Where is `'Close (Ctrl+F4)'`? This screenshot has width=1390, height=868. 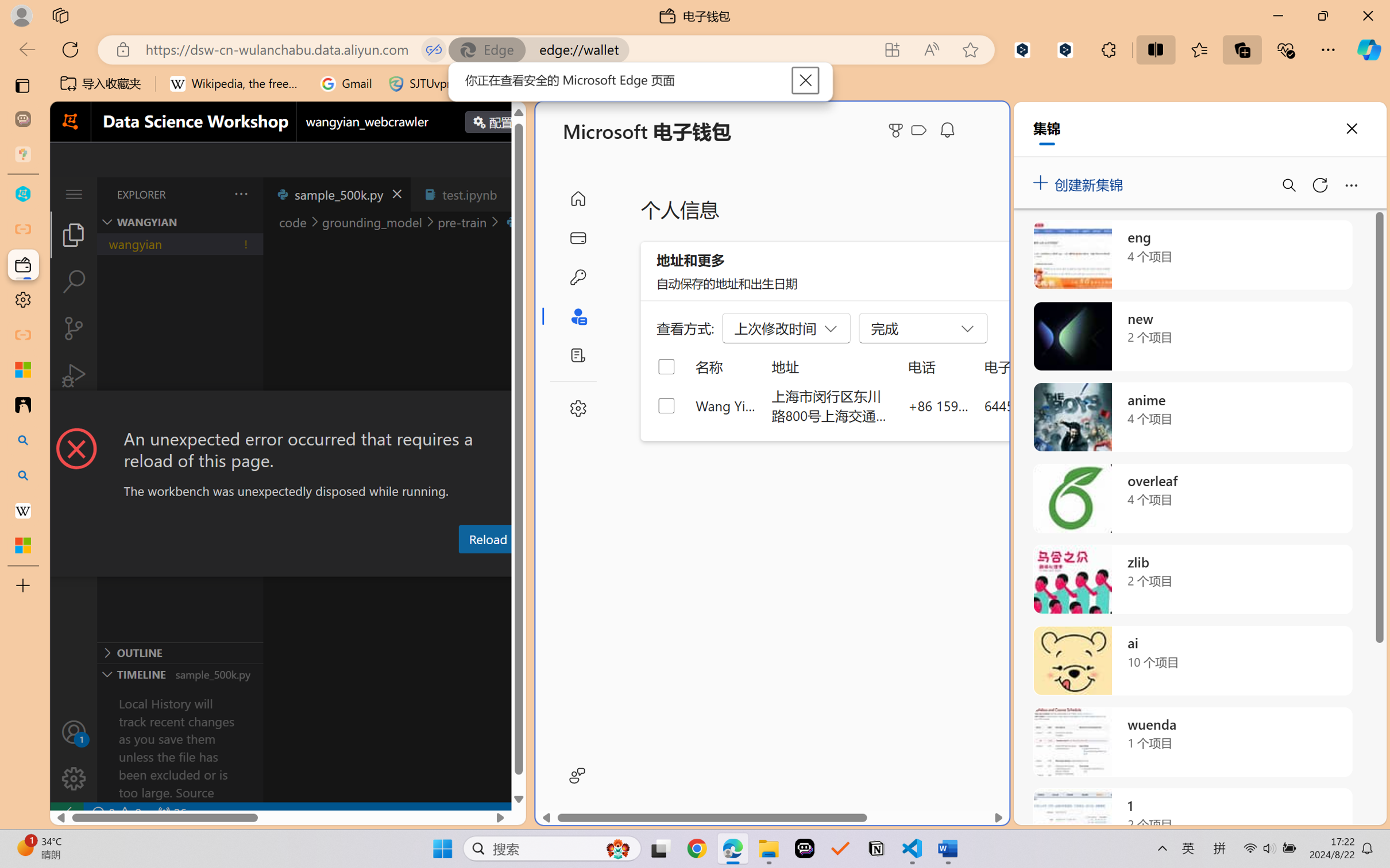
'Close (Ctrl+F4)' is located at coordinates (512, 193).